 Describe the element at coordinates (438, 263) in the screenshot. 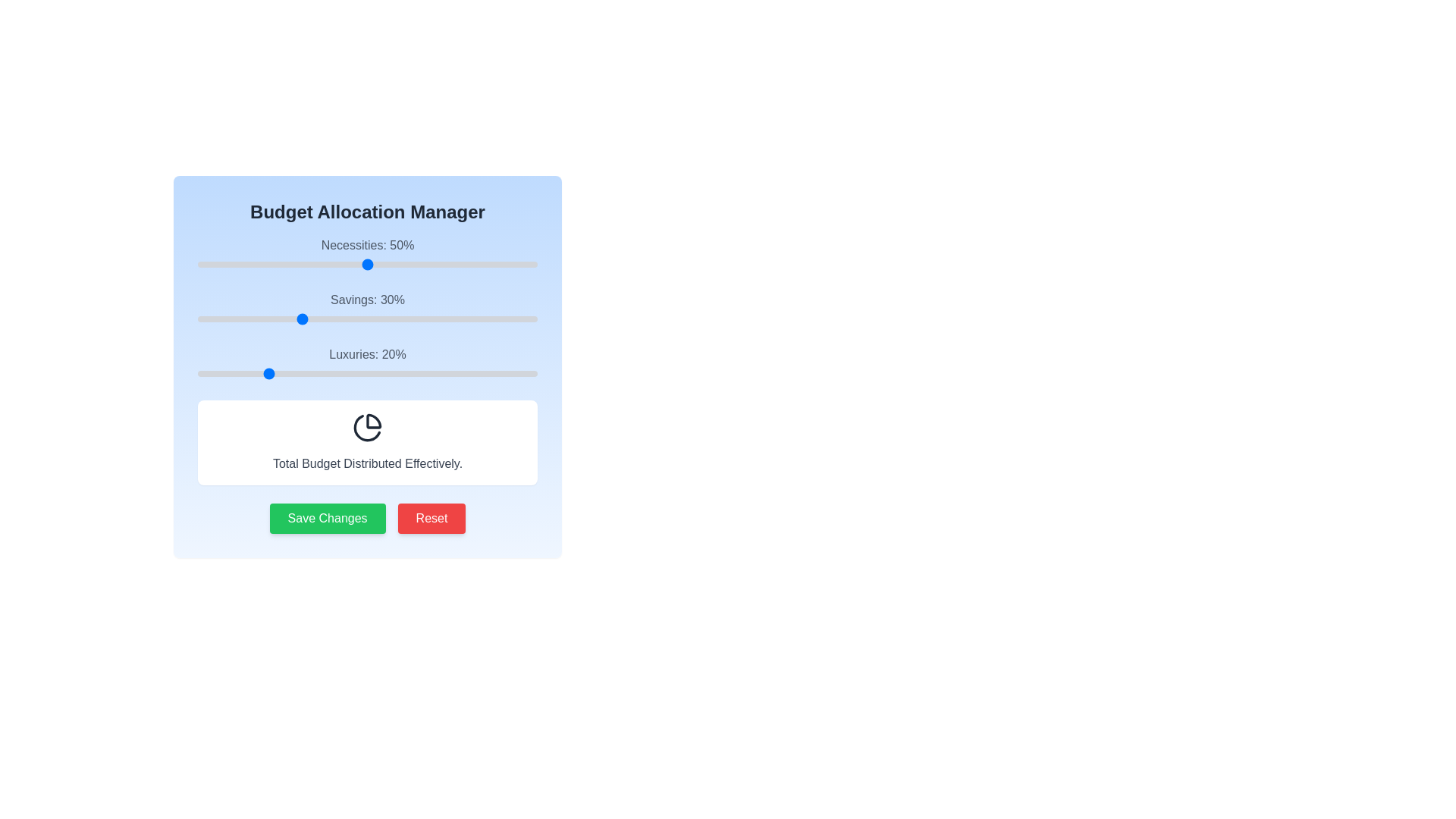

I see `the 'Necessities' slider` at that location.